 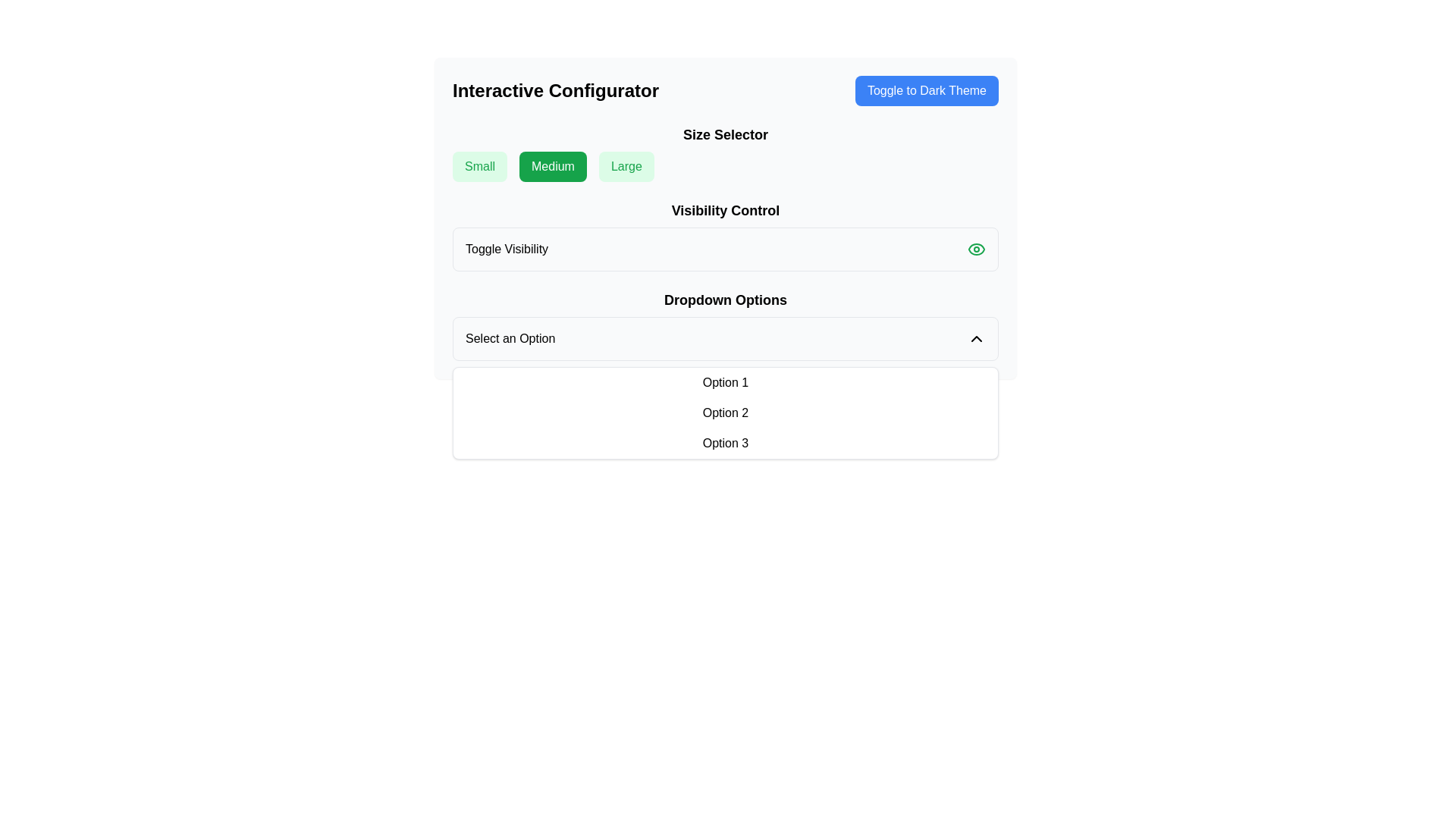 I want to click on the 'Large' button with a light green background via keyboard navigation, so click(x=626, y=166).